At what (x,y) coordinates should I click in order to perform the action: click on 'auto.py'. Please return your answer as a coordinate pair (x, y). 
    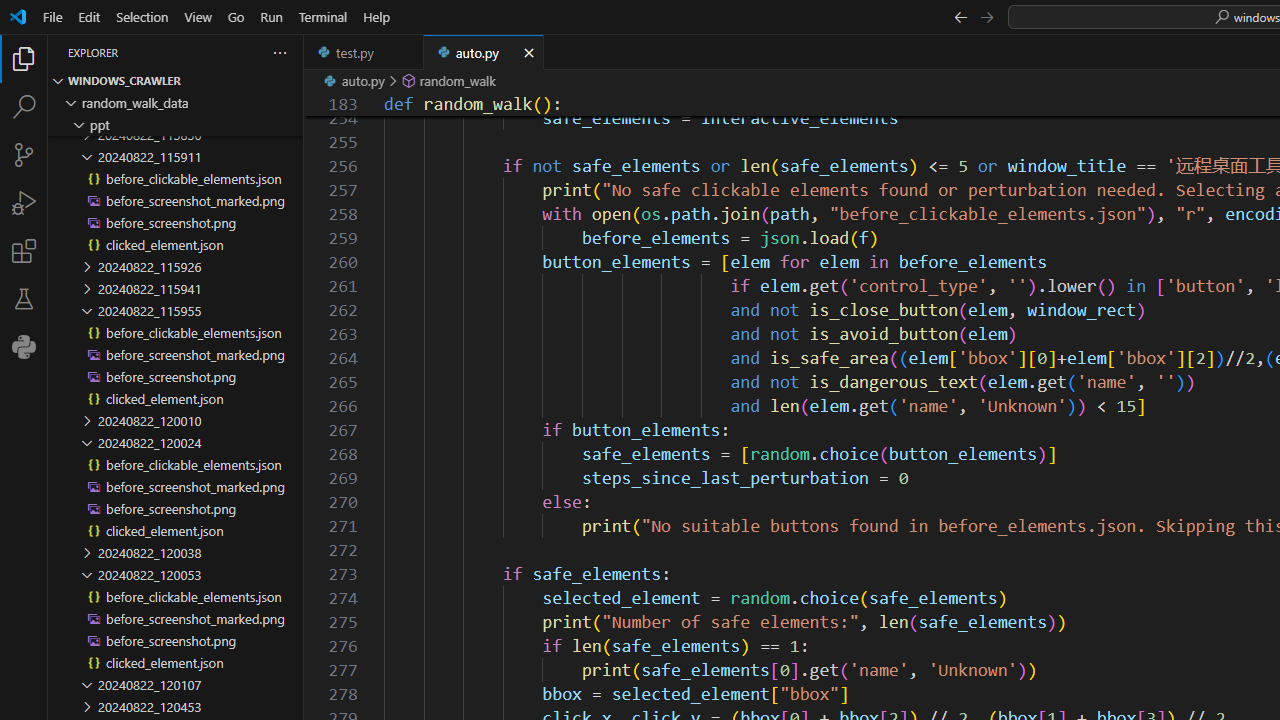
    Looking at the image, I should click on (483, 51).